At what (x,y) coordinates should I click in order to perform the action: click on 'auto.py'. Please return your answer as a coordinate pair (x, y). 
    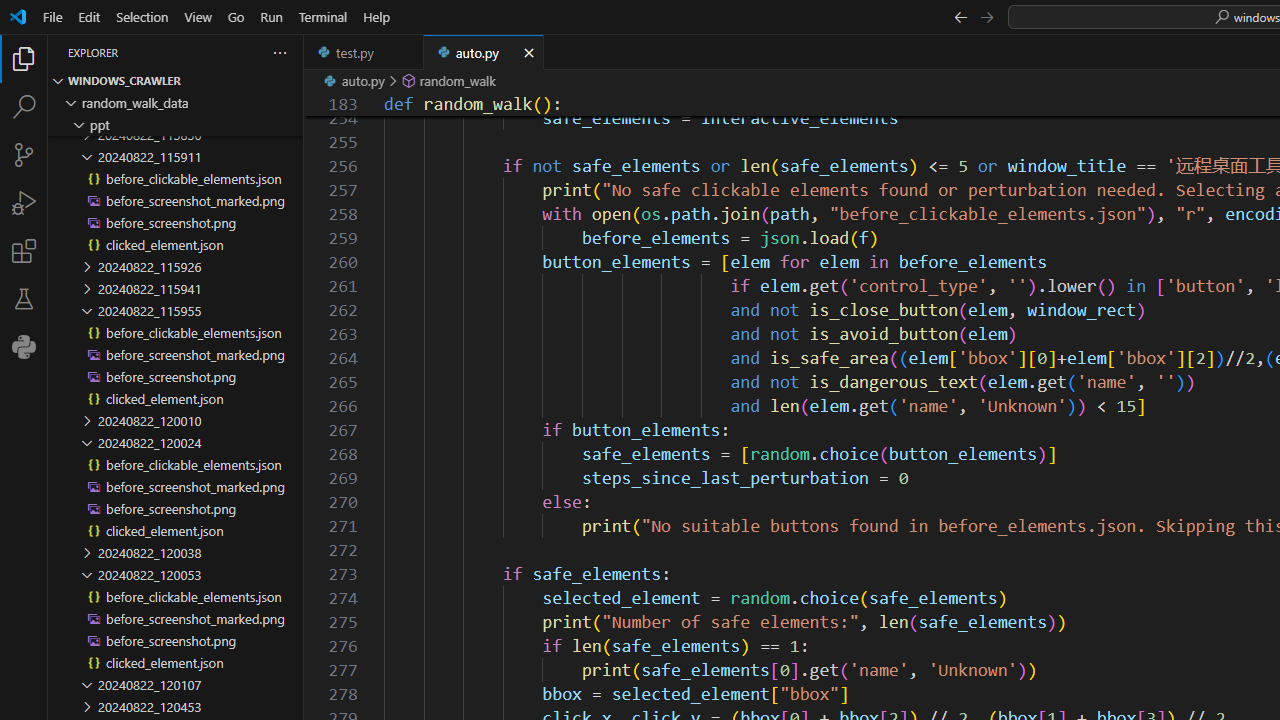
    Looking at the image, I should click on (483, 51).